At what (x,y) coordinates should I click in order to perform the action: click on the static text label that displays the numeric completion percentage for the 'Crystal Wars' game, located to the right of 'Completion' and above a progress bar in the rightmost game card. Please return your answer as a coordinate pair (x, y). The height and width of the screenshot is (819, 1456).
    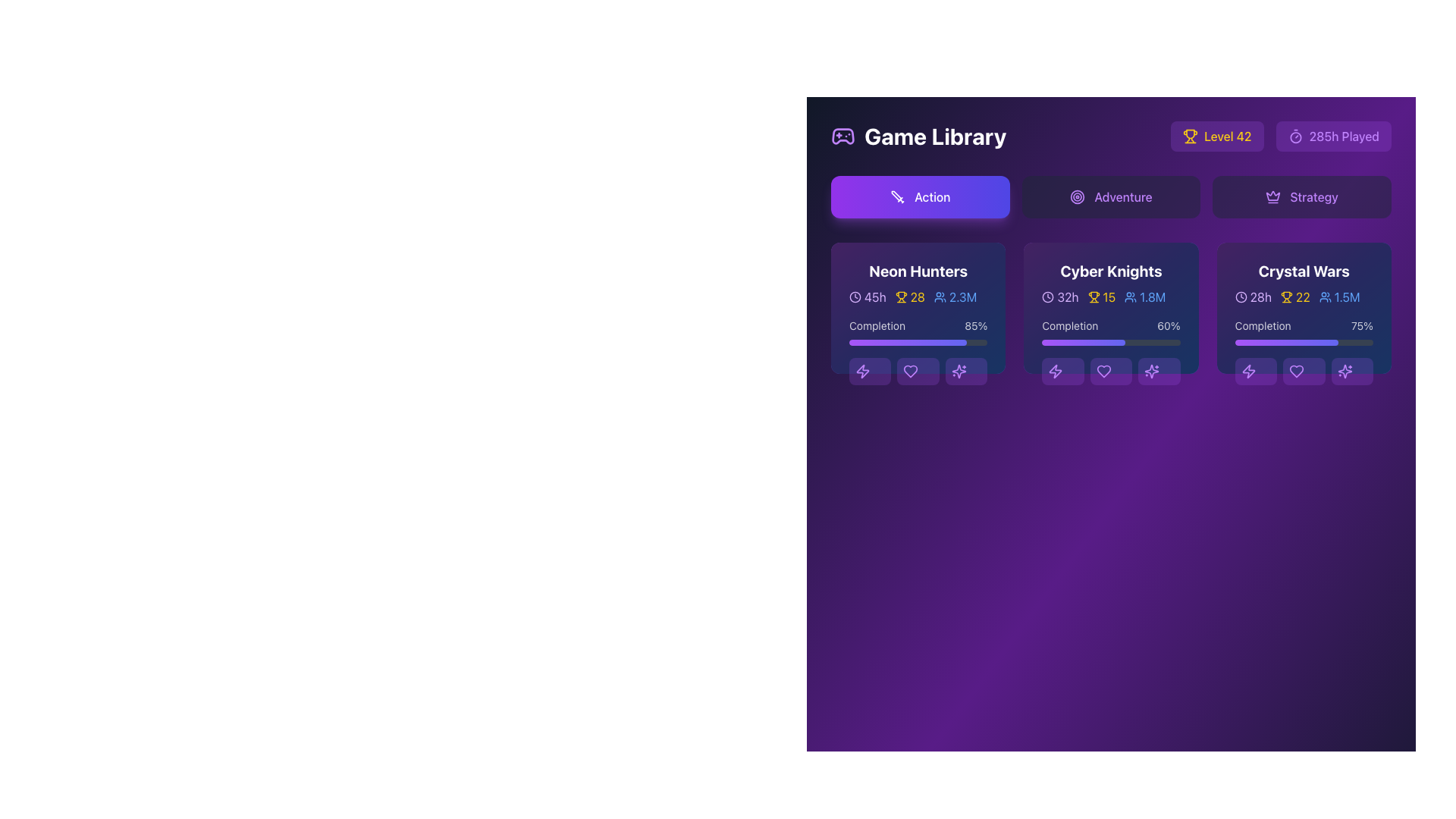
    Looking at the image, I should click on (1362, 325).